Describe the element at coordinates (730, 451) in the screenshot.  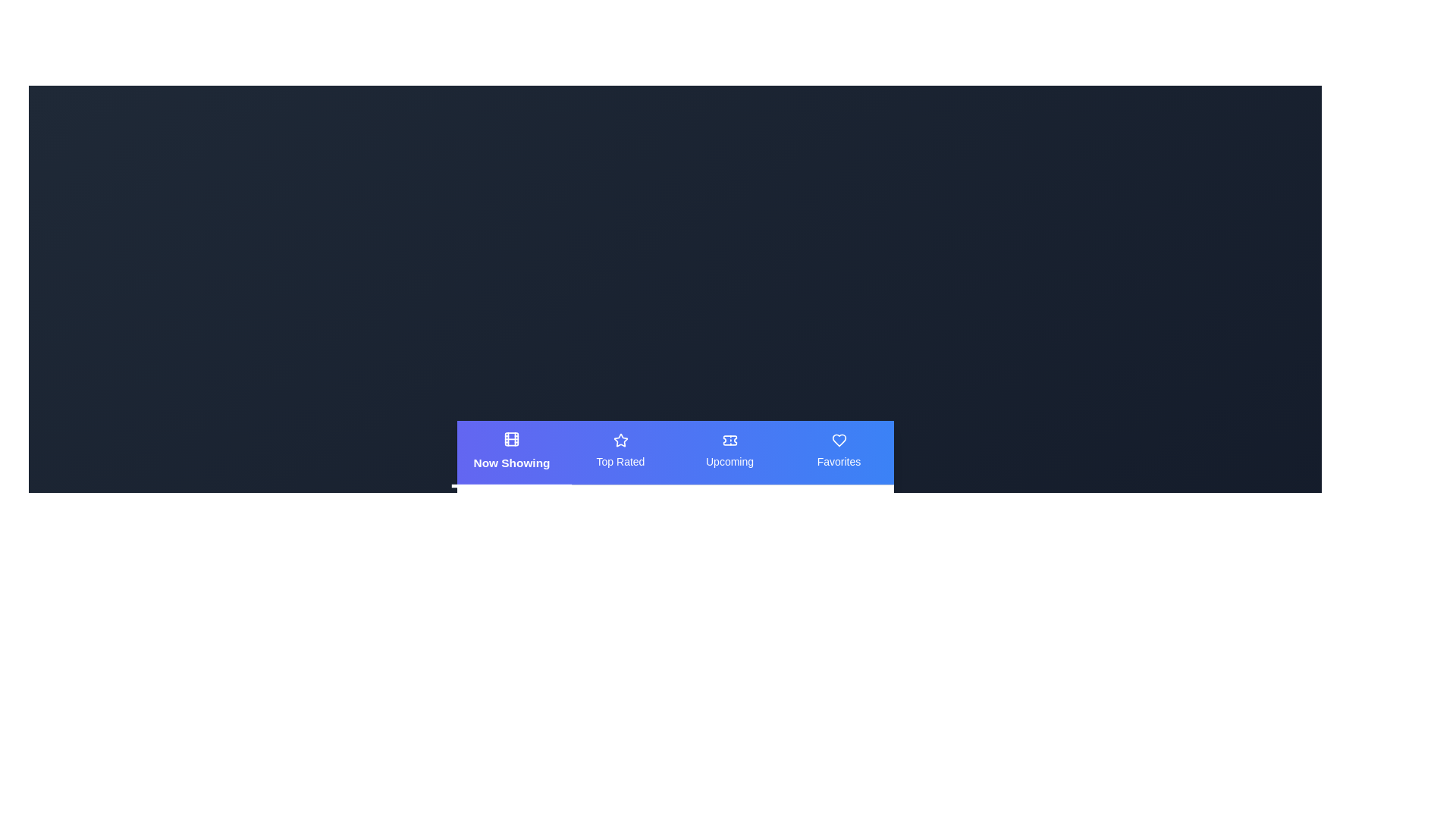
I see `the 'Upcoming' button which is the third element in a horizontal menu with a blue background and a ticket icon` at that location.